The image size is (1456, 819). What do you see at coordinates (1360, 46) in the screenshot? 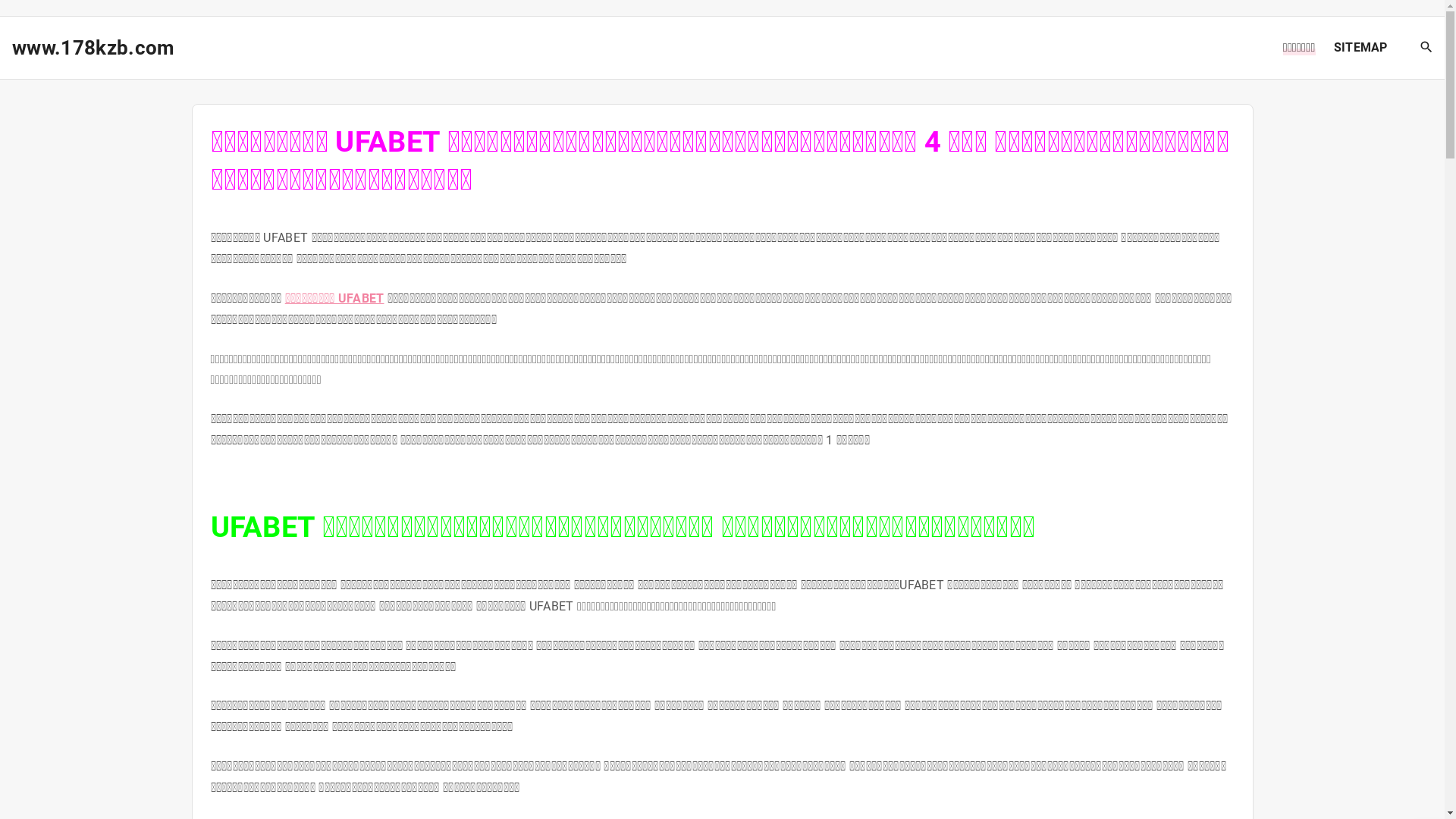
I see `'SITEMAP'` at bounding box center [1360, 46].